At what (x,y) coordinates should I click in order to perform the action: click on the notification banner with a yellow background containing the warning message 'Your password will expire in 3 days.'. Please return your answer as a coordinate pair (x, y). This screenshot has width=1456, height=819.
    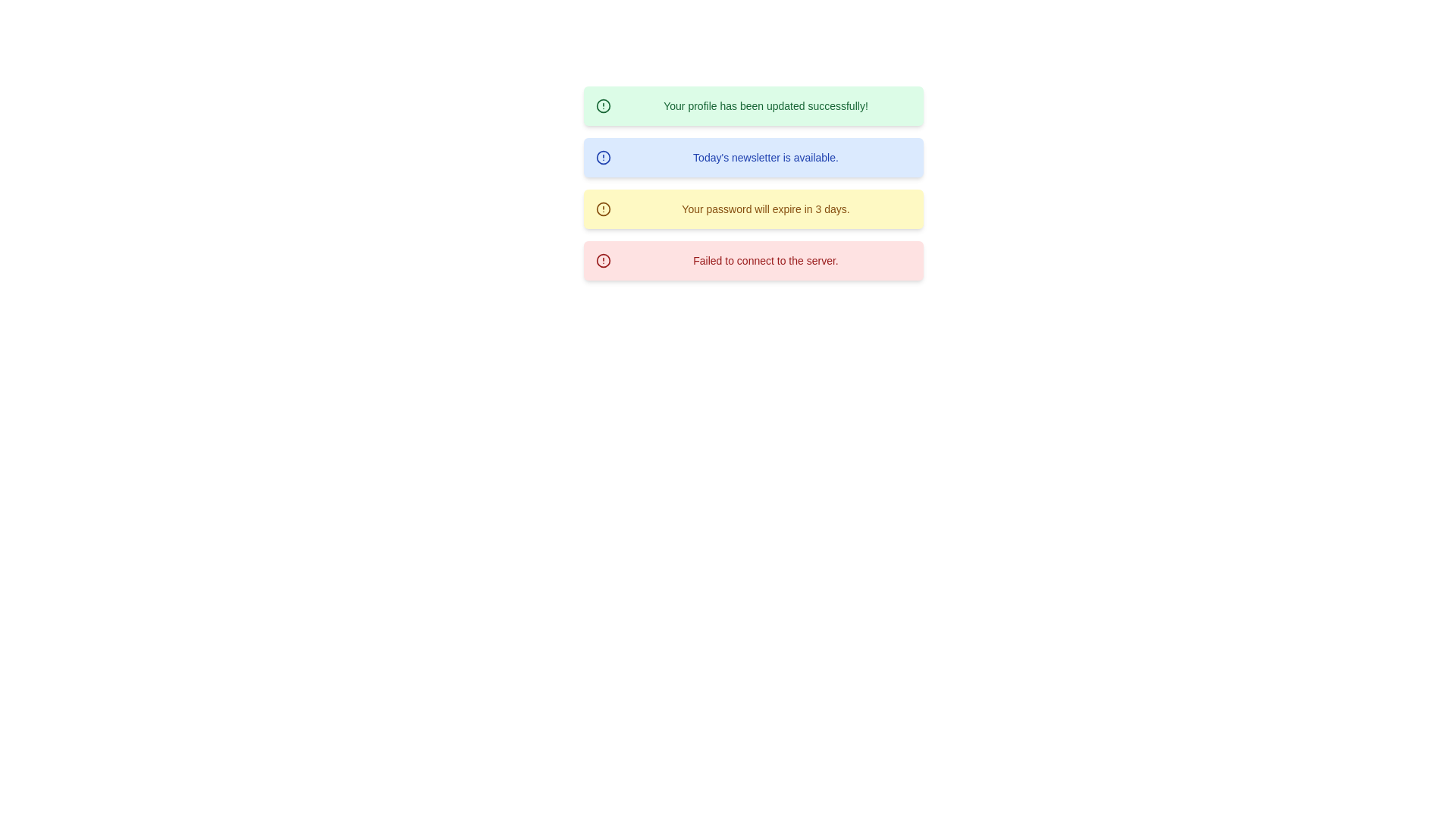
    Looking at the image, I should click on (753, 209).